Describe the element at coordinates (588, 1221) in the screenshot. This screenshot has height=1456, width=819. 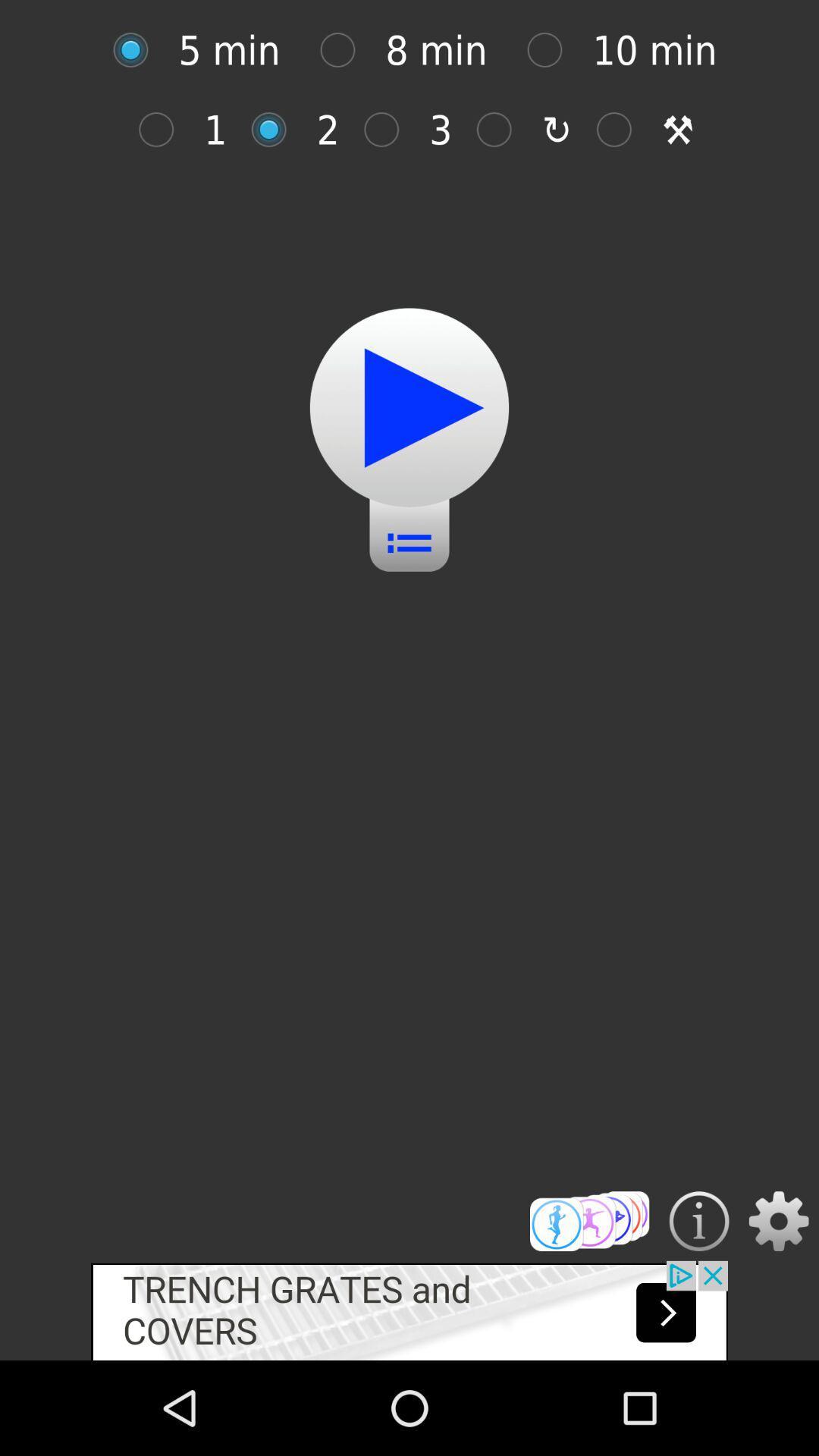
I see `more options` at that location.